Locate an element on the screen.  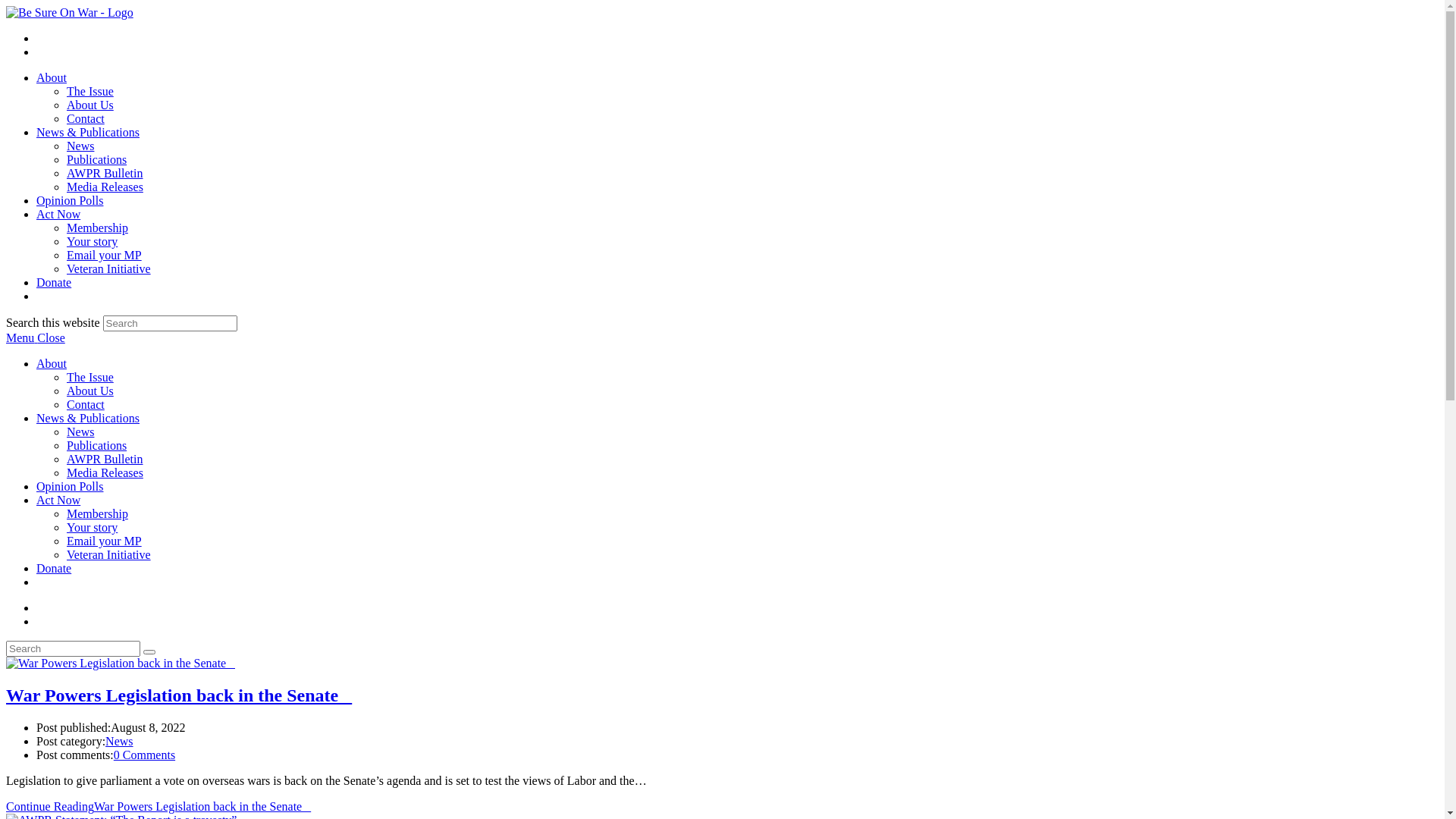
'News & Publications' is located at coordinates (86, 131).